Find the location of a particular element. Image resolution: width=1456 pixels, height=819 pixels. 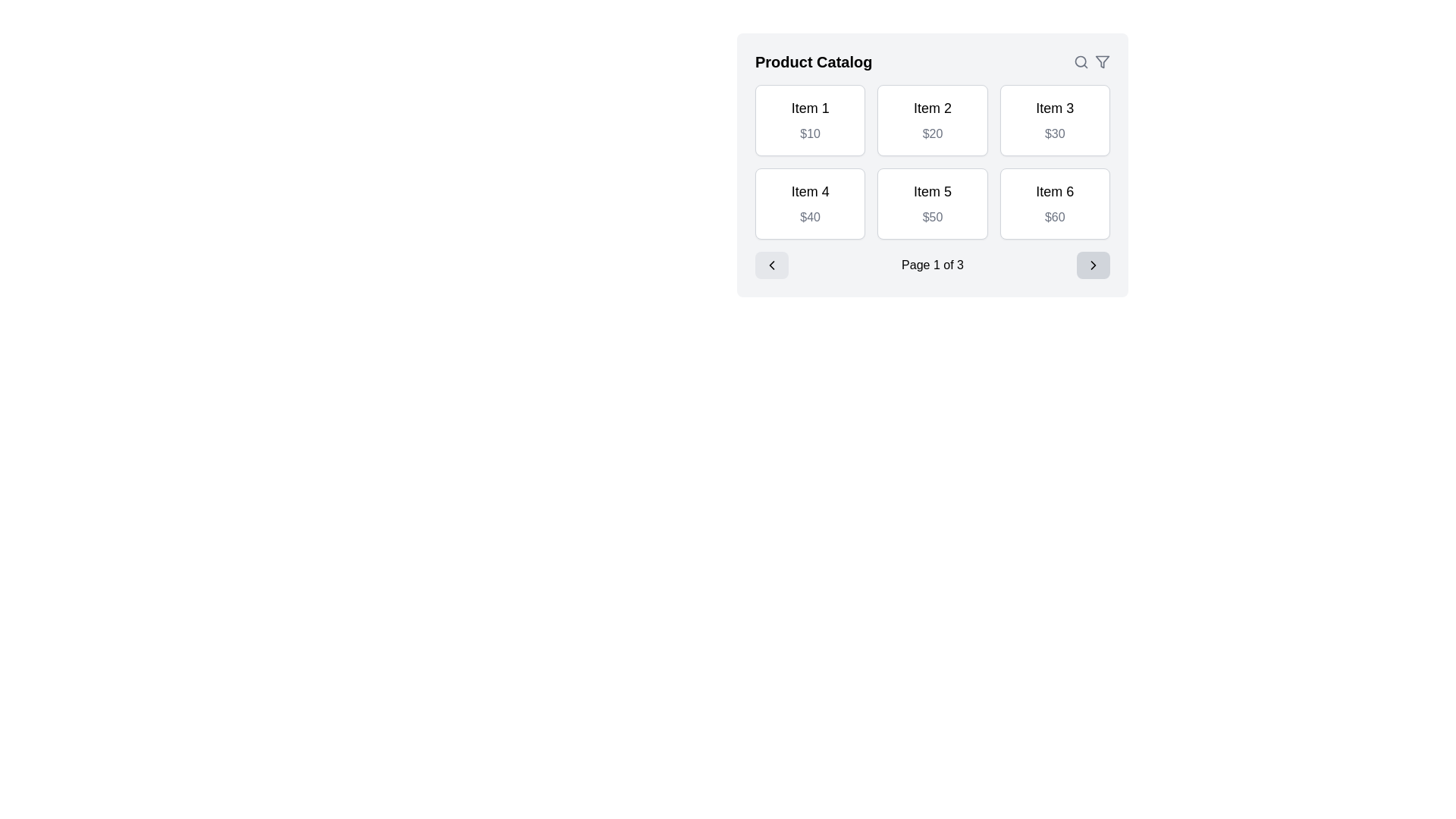

the filter icon in the top-right corner of the interface is located at coordinates (1103, 61).